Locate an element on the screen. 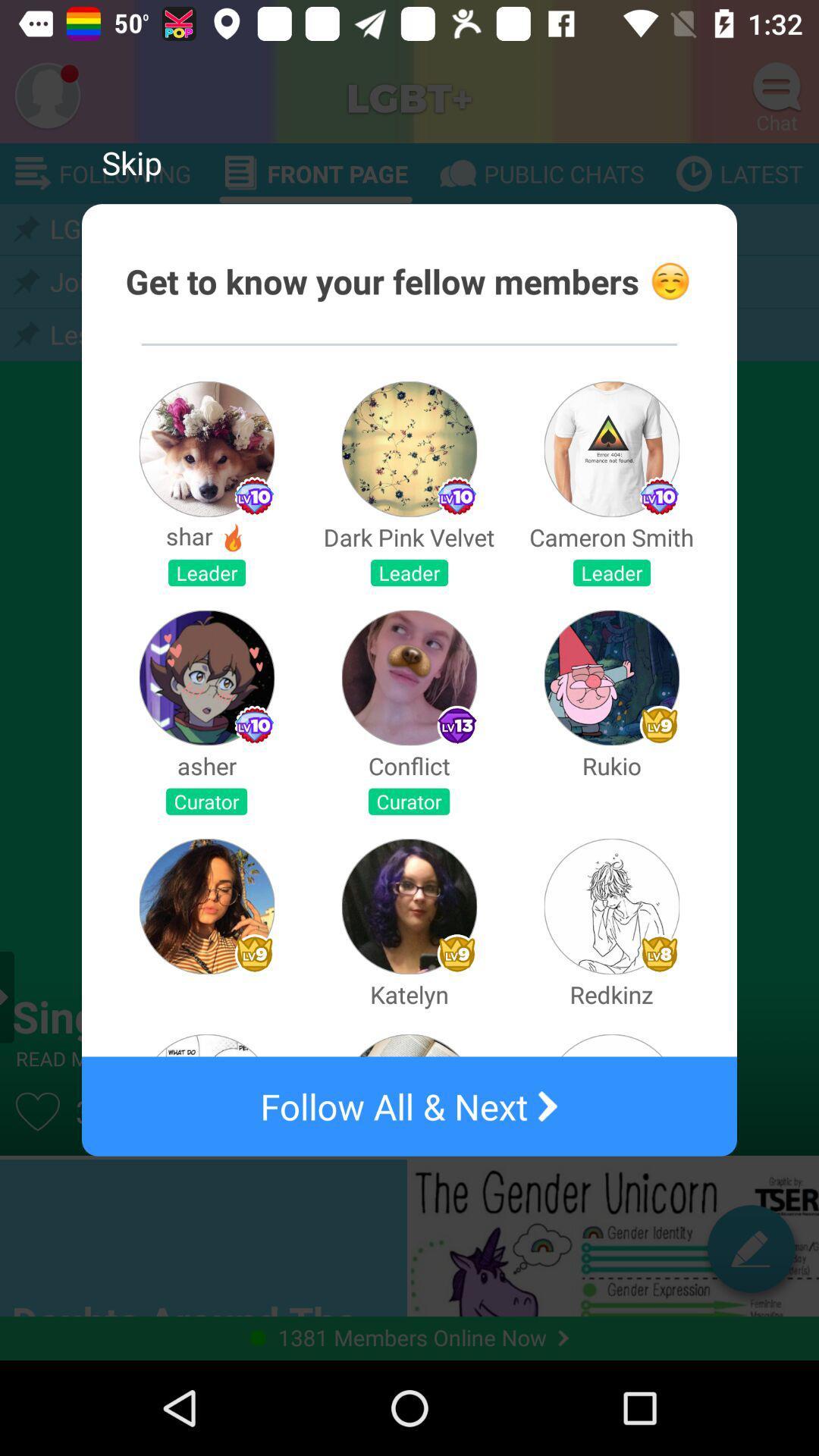 Image resolution: width=819 pixels, height=1456 pixels. follow all and next  icon is located at coordinates (409, 1106).